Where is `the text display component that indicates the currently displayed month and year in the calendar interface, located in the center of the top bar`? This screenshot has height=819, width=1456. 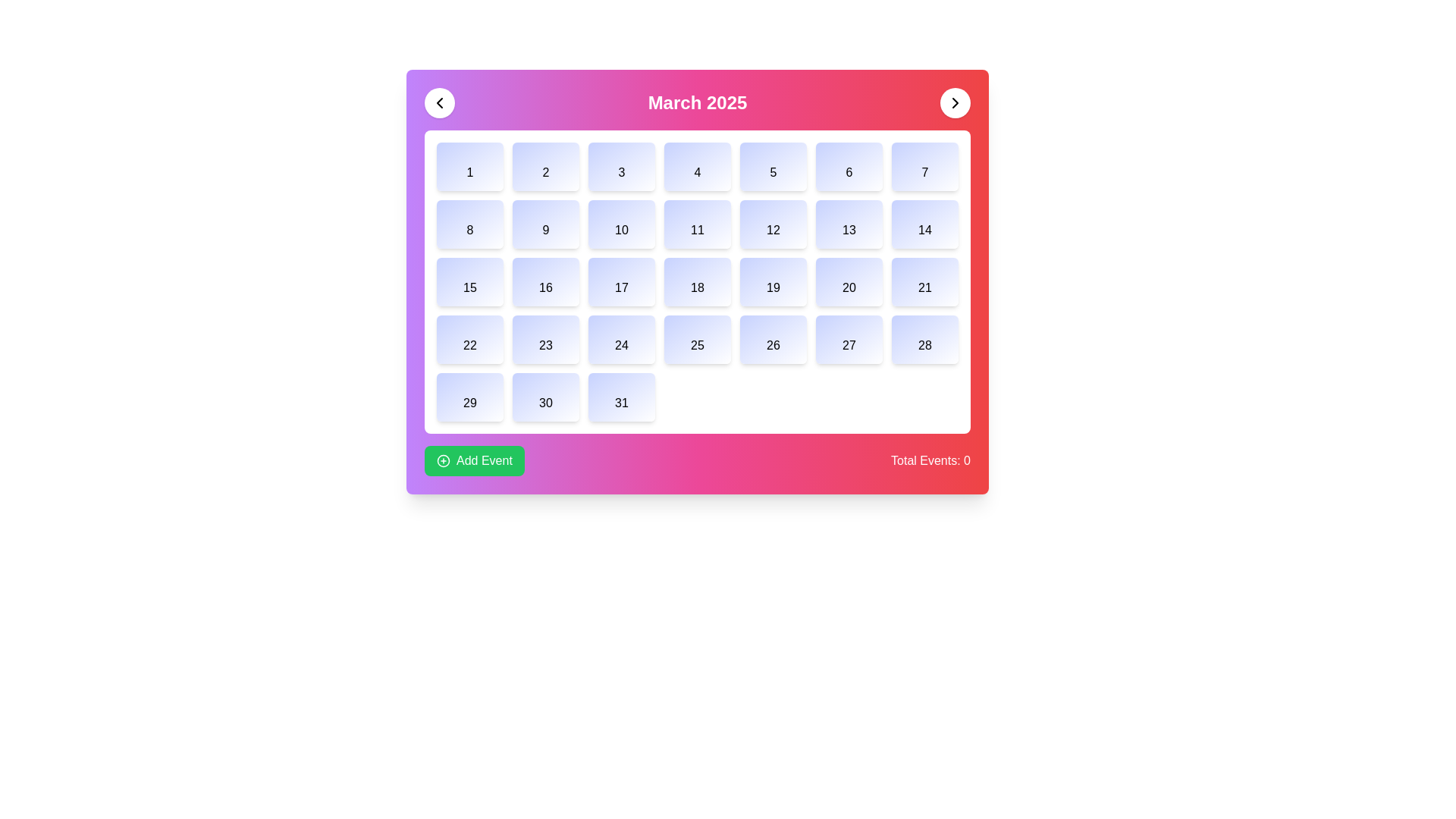
the text display component that indicates the currently displayed month and year in the calendar interface, located in the center of the top bar is located at coordinates (697, 102).